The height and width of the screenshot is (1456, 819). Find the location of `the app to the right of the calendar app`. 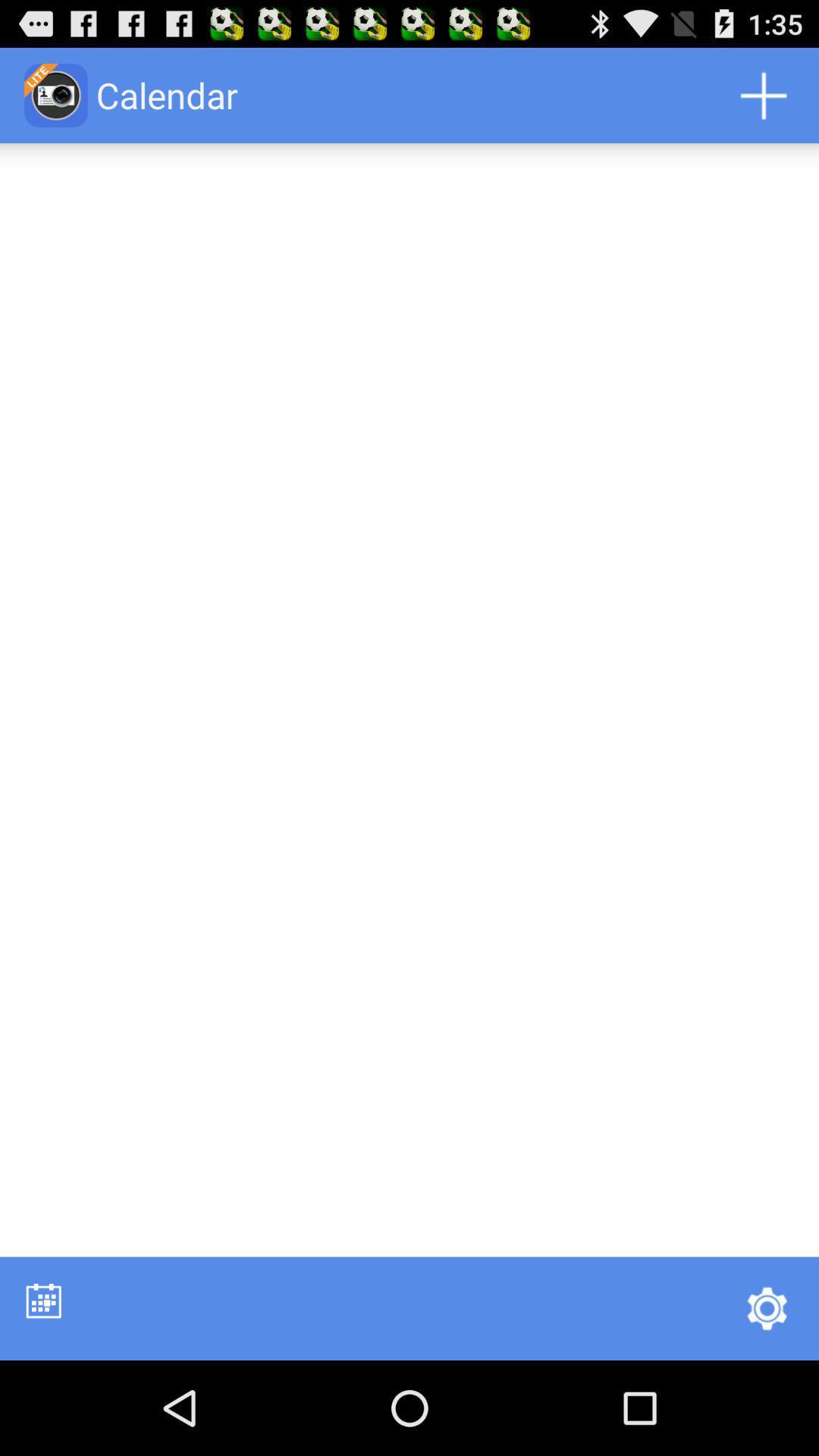

the app to the right of the calendar app is located at coordinates (763, 94).